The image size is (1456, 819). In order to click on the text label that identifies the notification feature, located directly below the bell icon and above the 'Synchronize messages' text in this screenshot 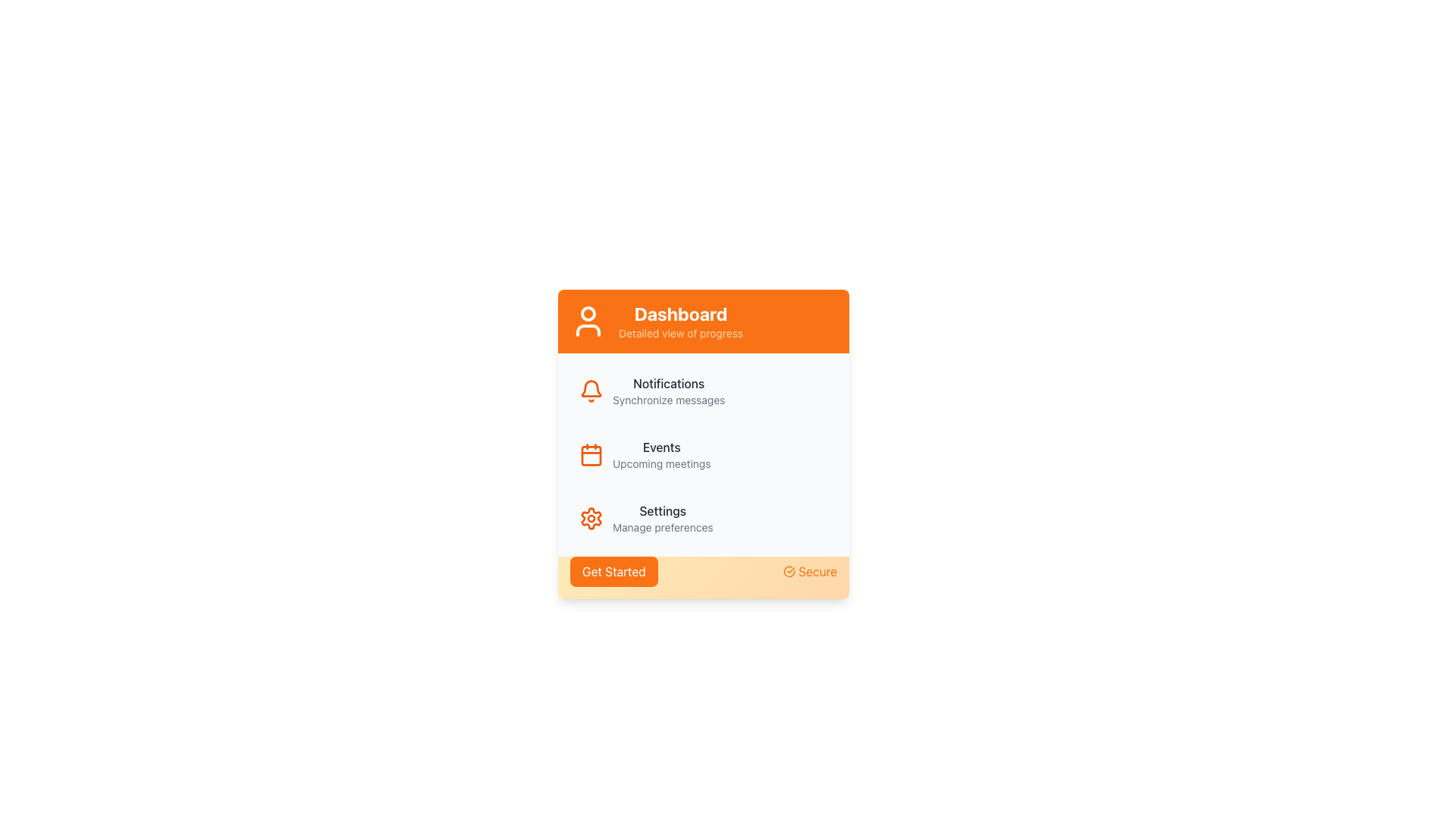, I will do `click(668, 382)`.